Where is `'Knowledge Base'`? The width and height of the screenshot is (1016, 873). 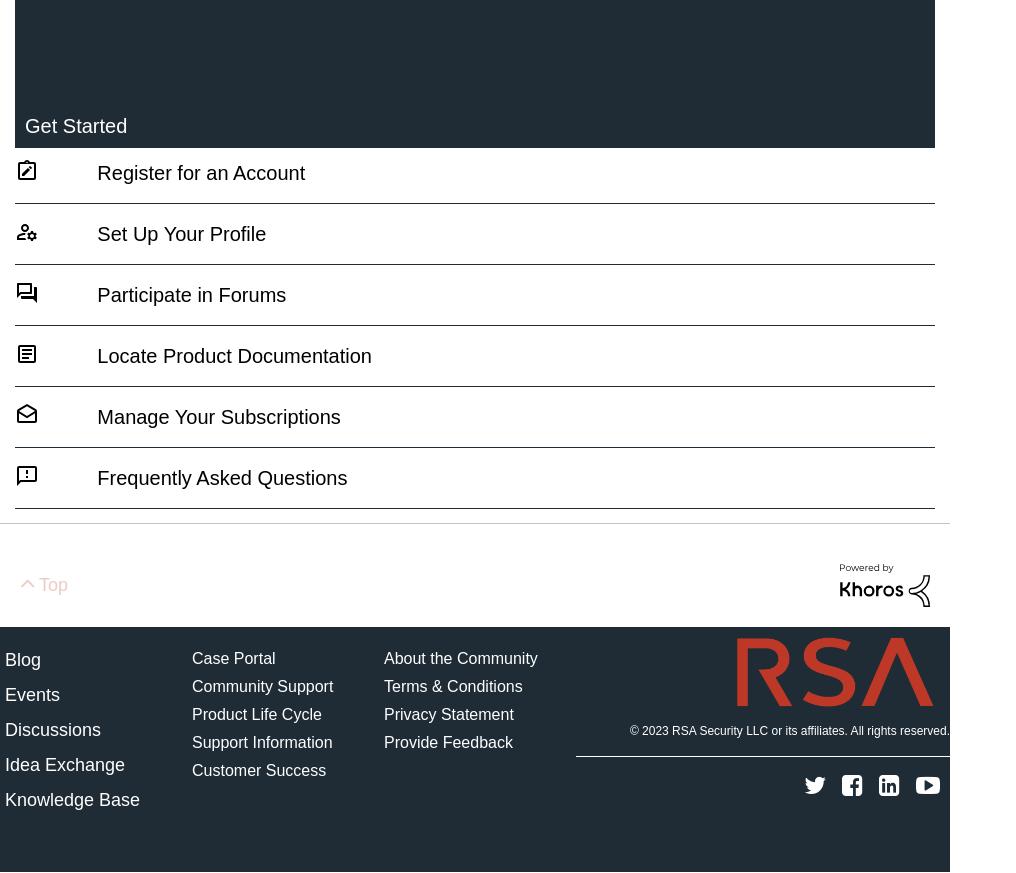 'Knowledge Base' is located at coordinates (3, 798).